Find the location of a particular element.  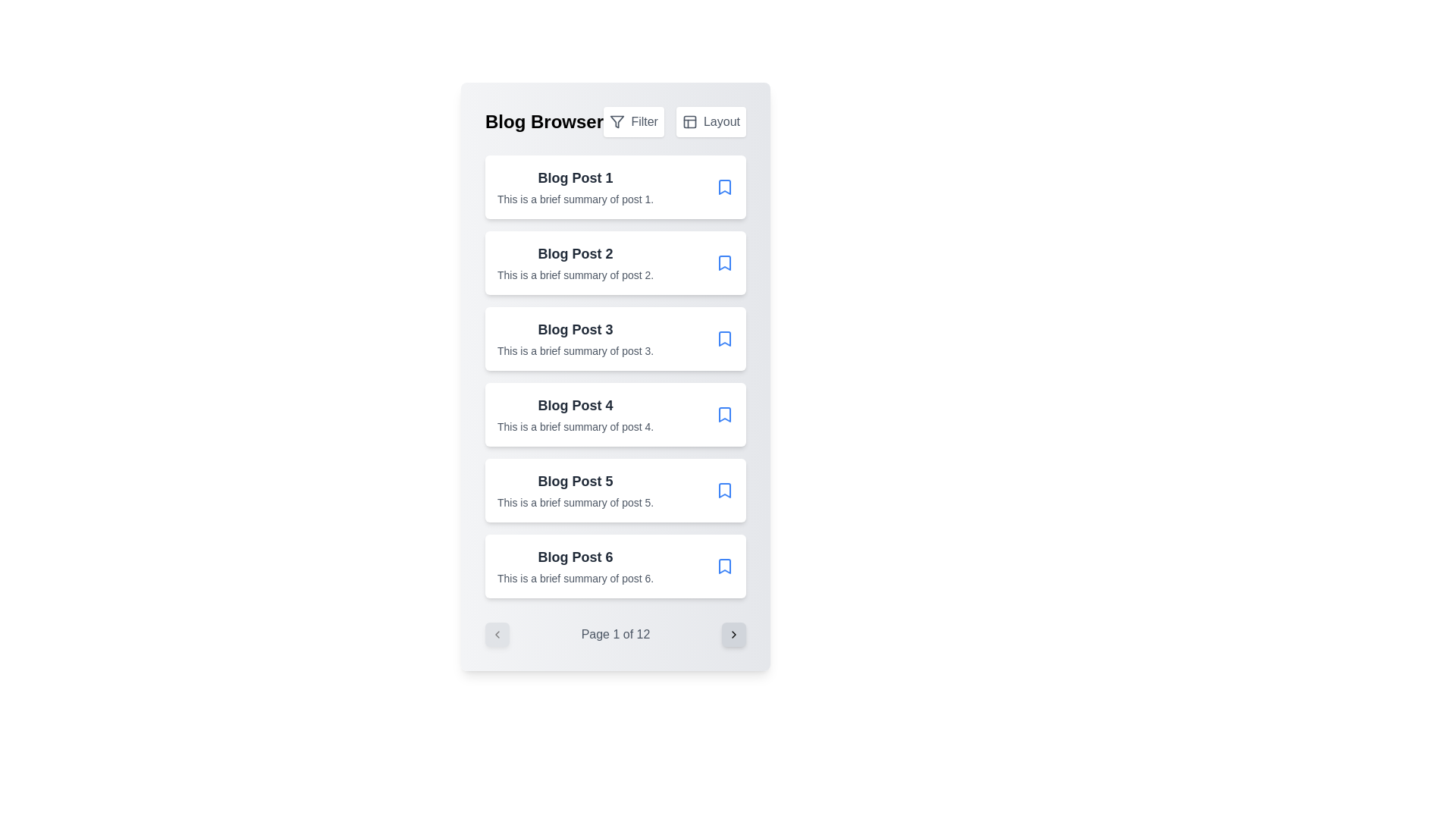

the title text label of the fifth blog post in the vertical list, which provides an overview of the post's content is located at coordinates (575, 482).